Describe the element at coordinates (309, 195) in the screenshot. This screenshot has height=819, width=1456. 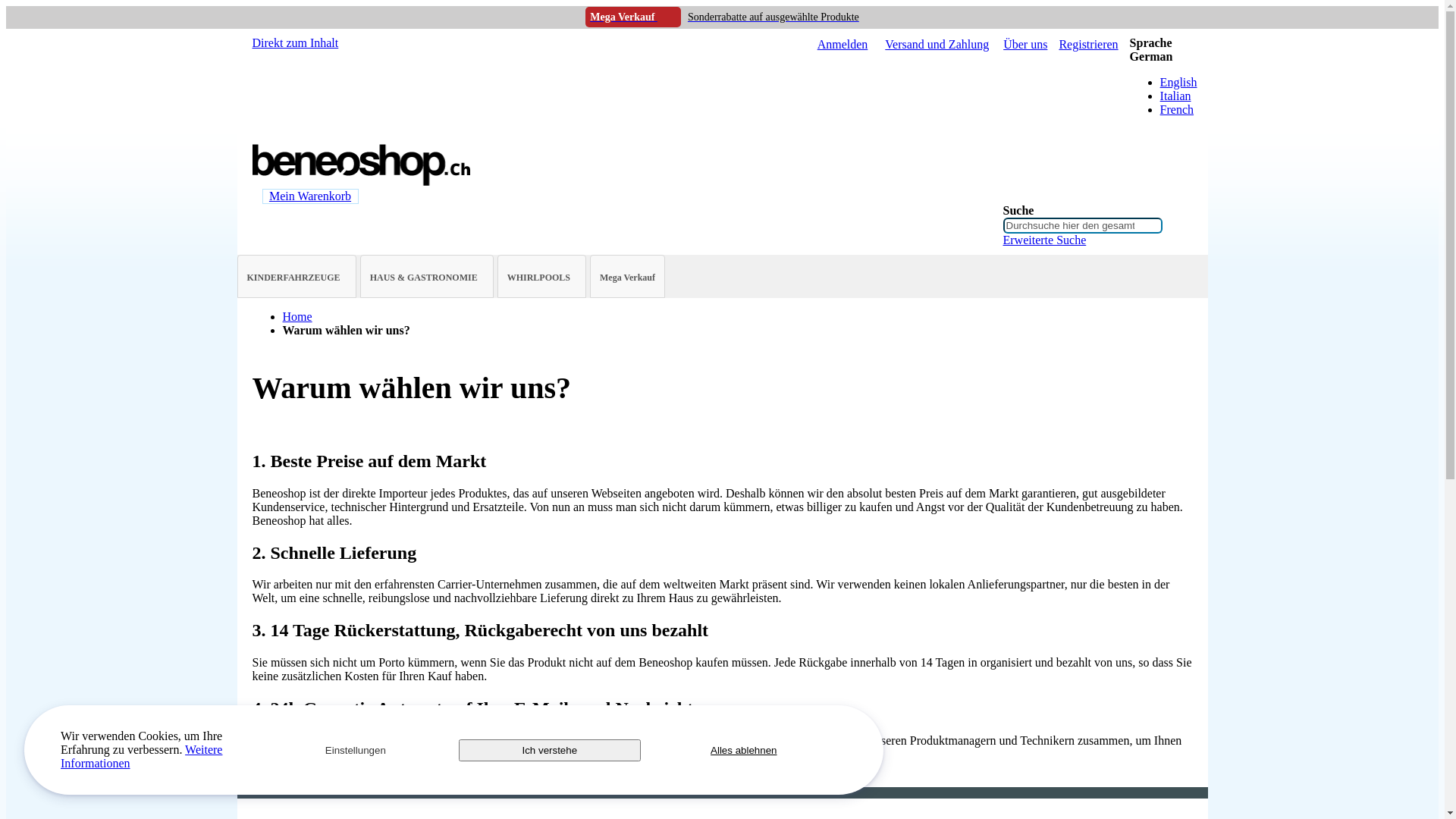
I see `'Mein Warenkorb'` at that location.